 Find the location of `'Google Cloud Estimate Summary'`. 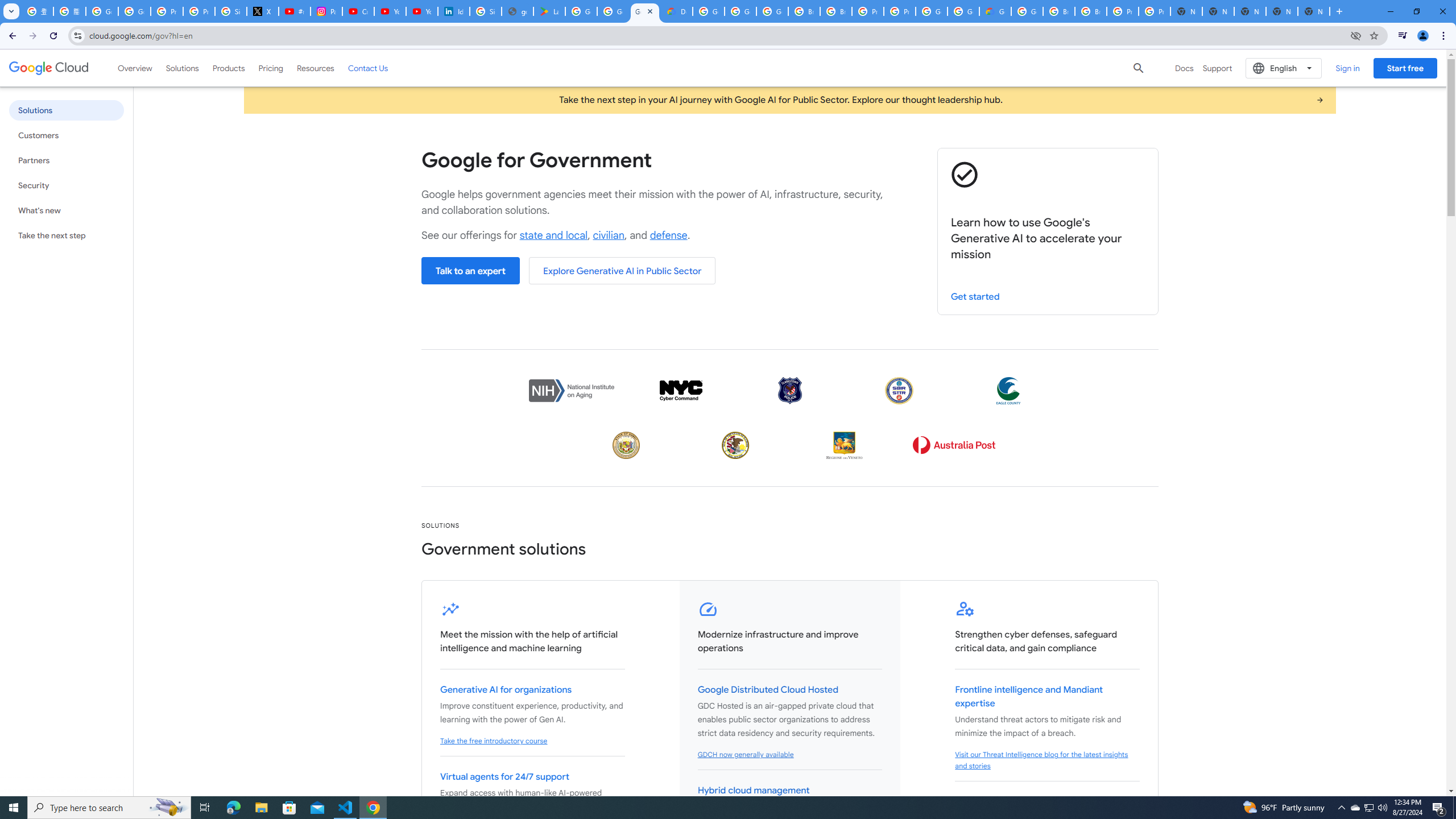

'Google Cloud Estimate Summary' is located at coordinates (994, 11).